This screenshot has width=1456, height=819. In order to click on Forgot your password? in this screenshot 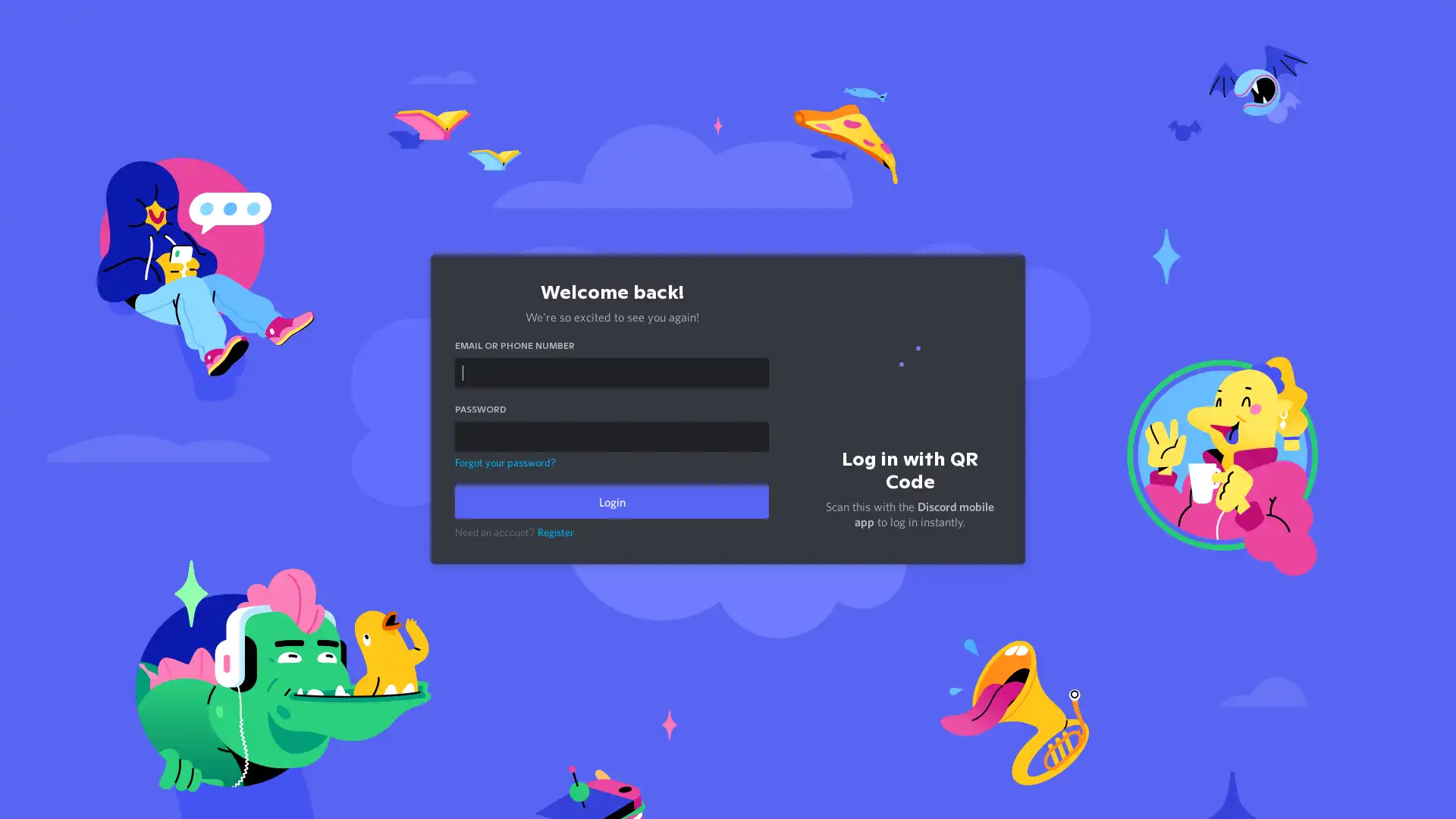, I will do `click(505, 461)`.